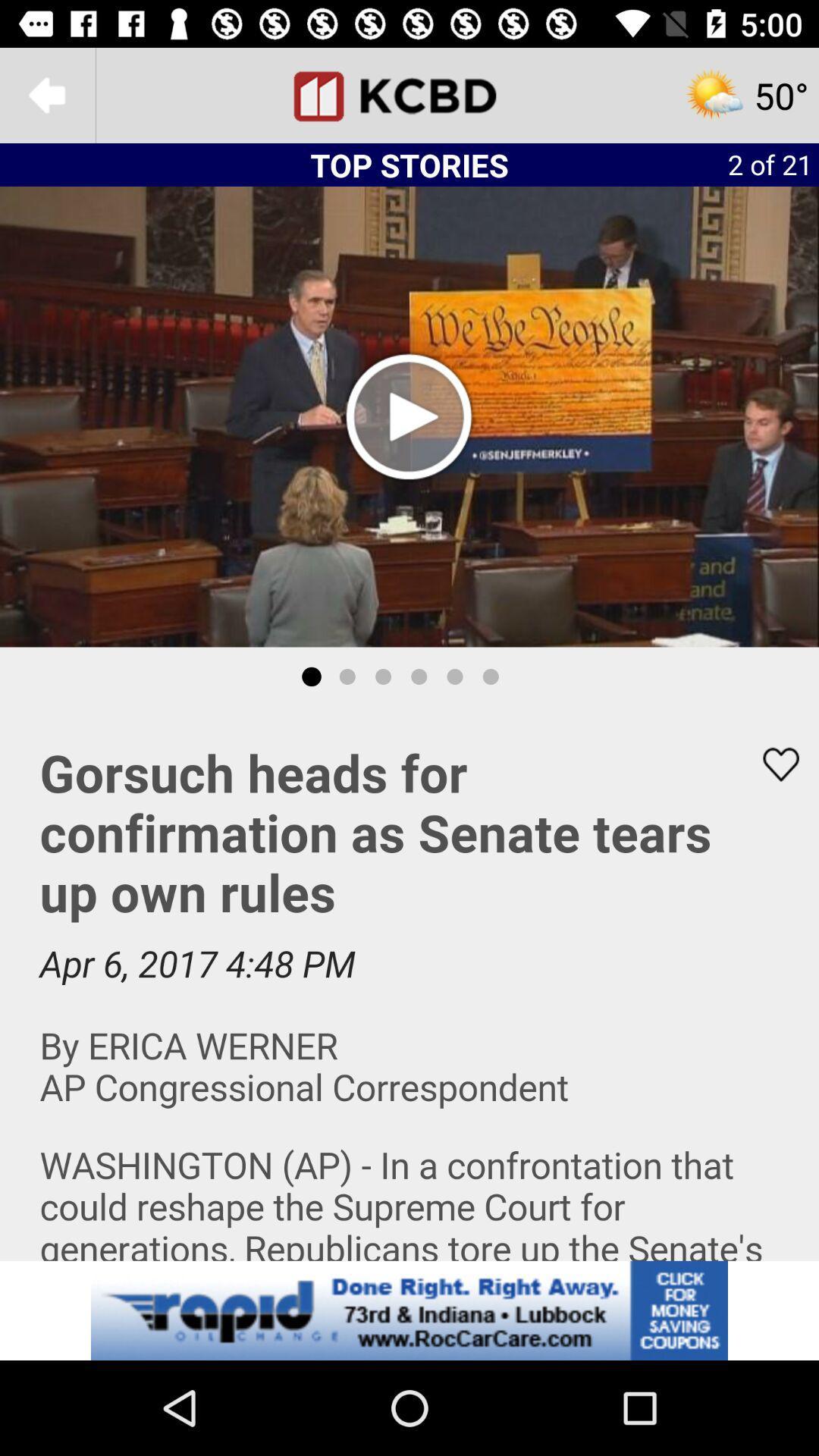  What do you see at coordinates (46, 94) in the screenshot?
I see `go back` at bounding box center [46, 94].